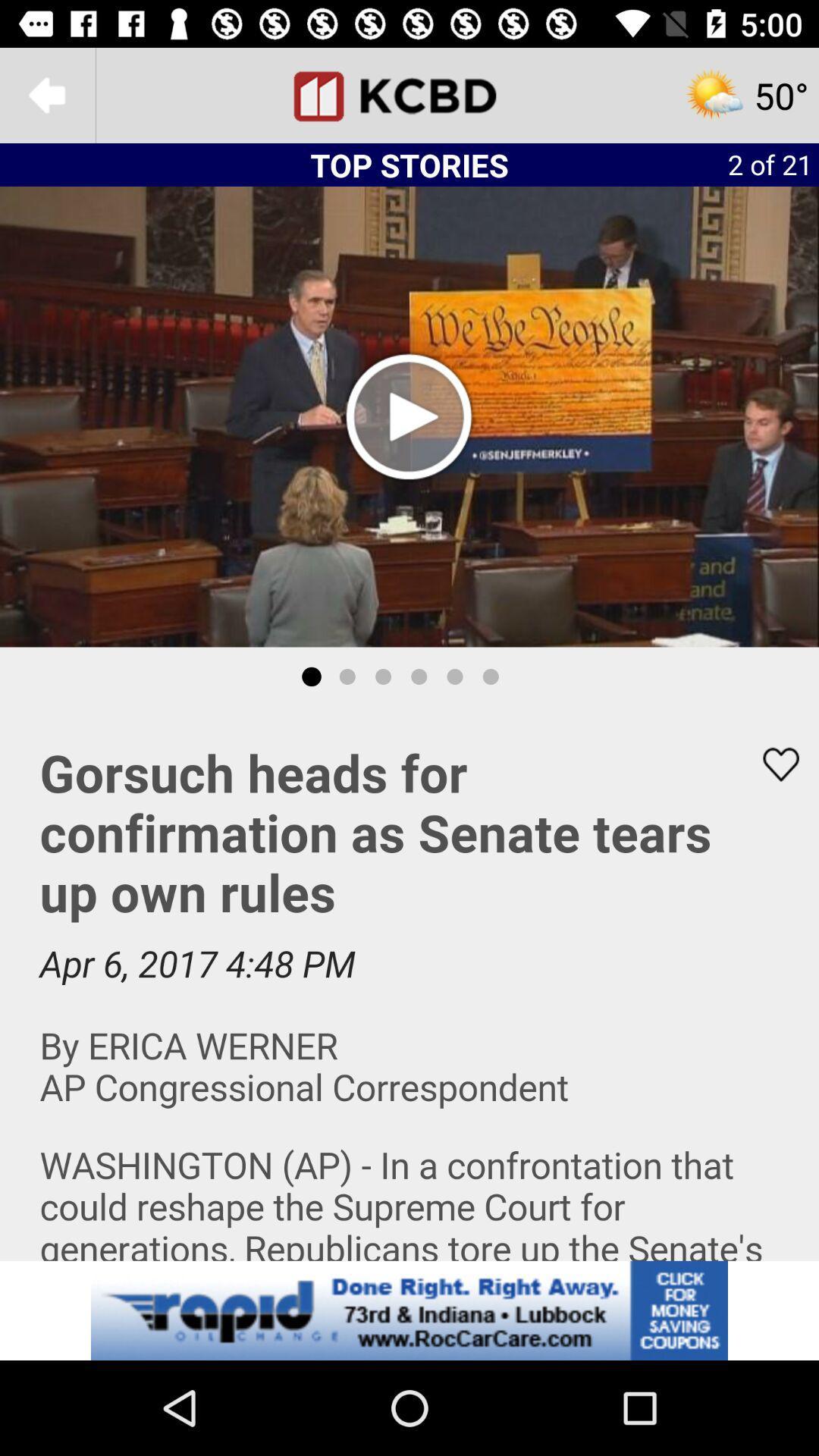  What do you see at coordinates (46, 94) in the screenshot?
I see `go back` at bounding box center [46, 94].